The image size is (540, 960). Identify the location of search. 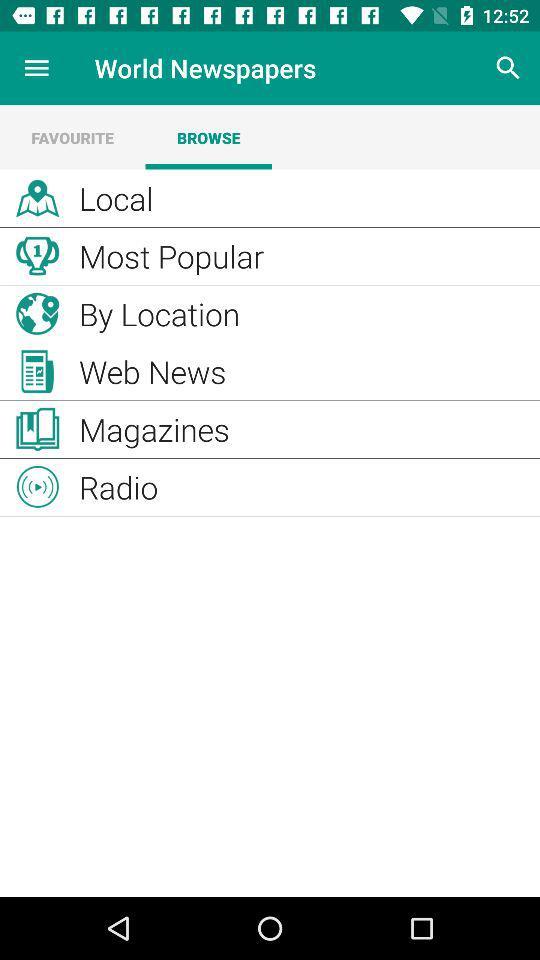
(508, 68).